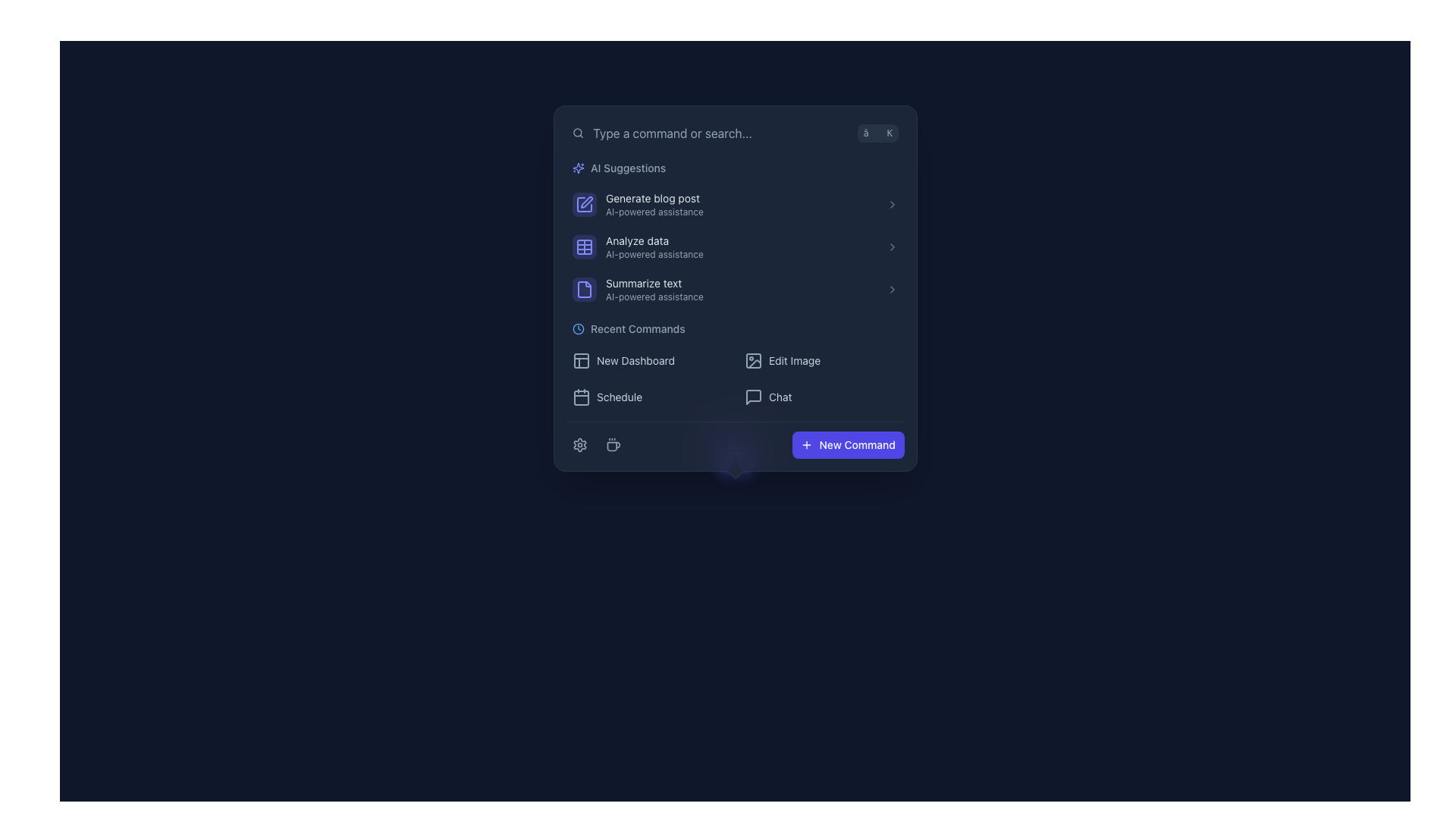  I want to click on the 'Chat' icon located to the left of the 'Chat' text in the menu, so click(753, 397).